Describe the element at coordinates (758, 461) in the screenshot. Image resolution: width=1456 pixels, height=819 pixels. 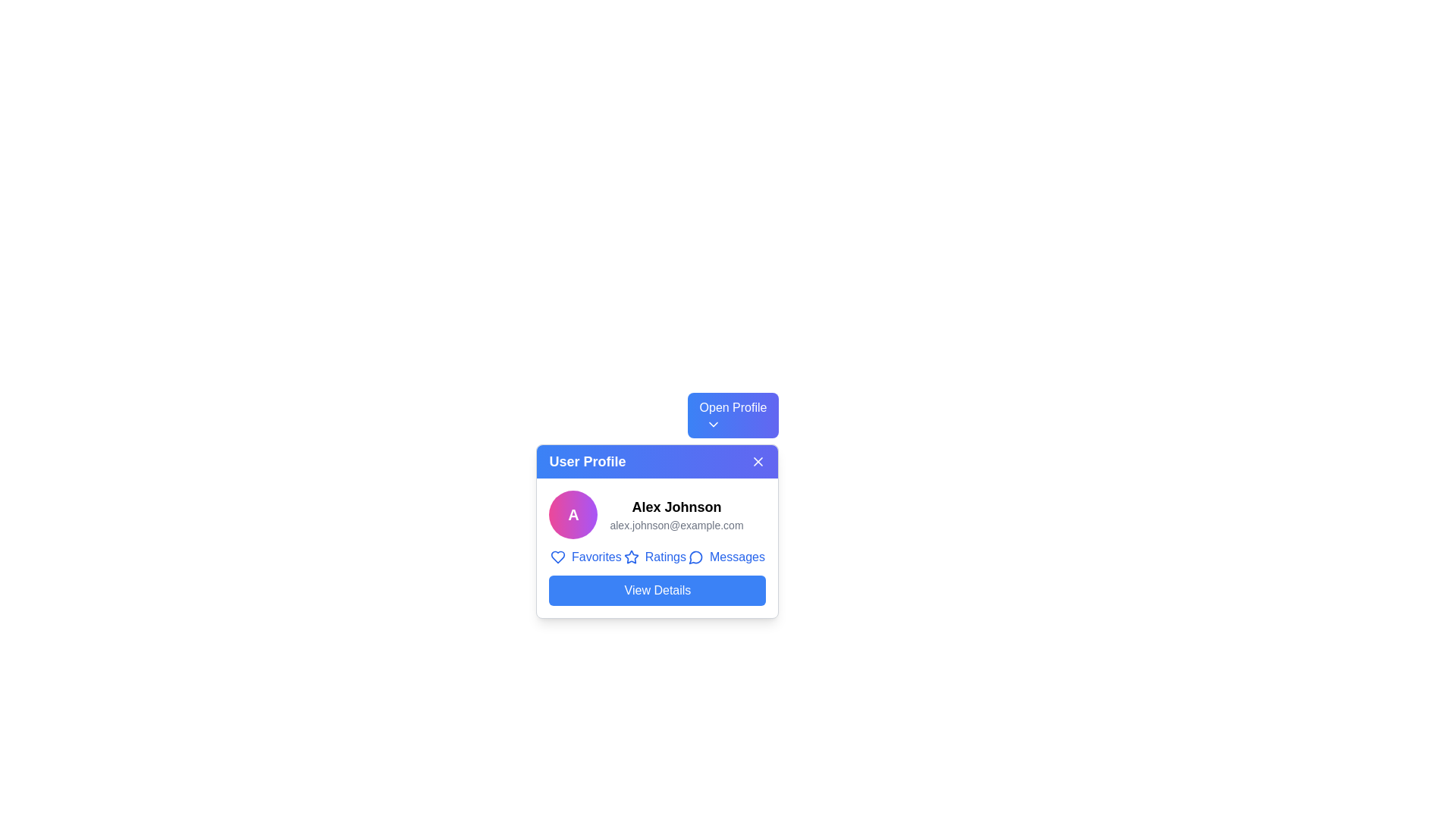
I see `the close button, represented by a cross-shaped icon with white lines on a vibrant blue background, located in the top-right corner of the 'User Profile' header` at that location.